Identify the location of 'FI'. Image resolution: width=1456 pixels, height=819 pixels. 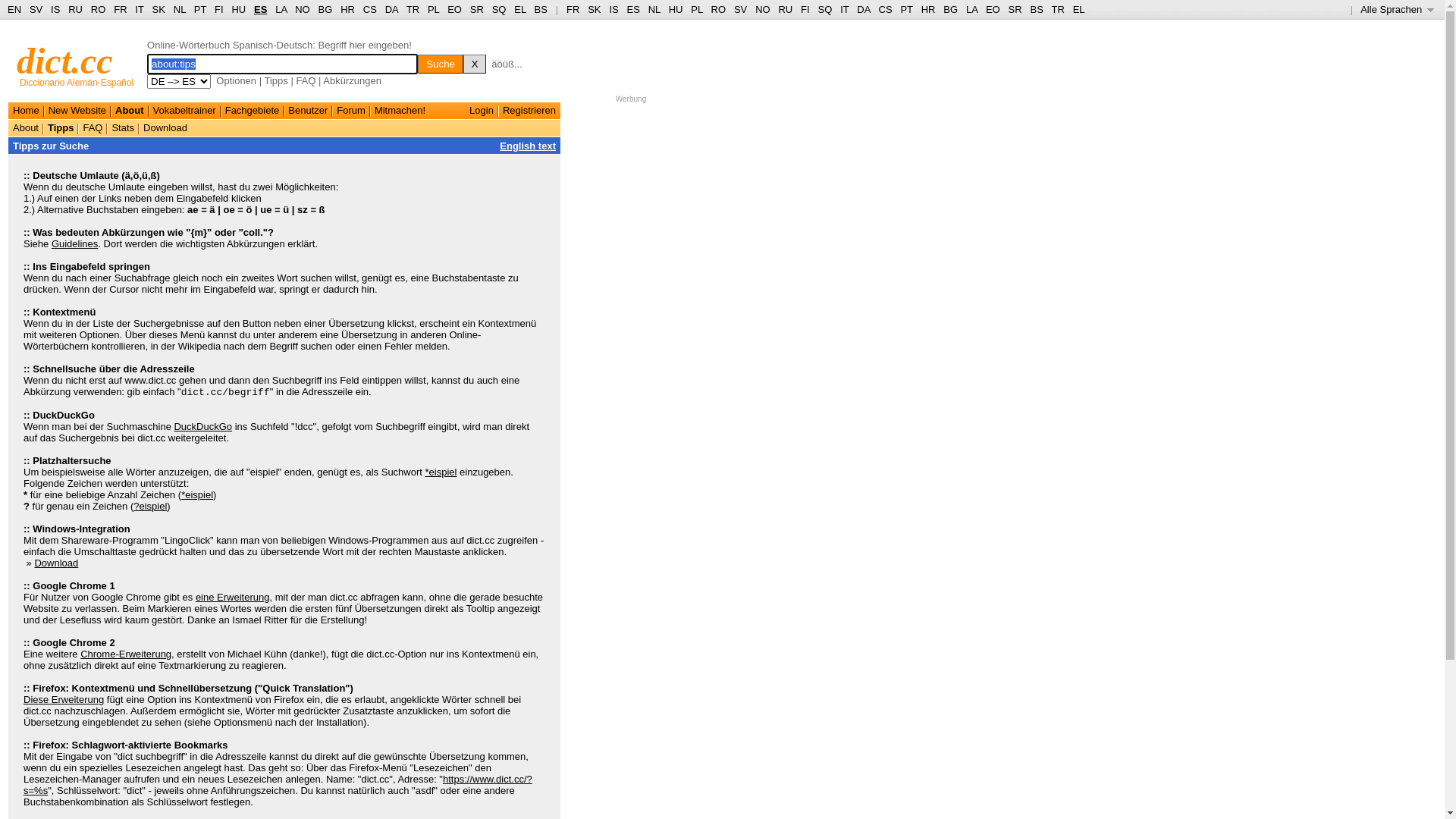
(804, 9).